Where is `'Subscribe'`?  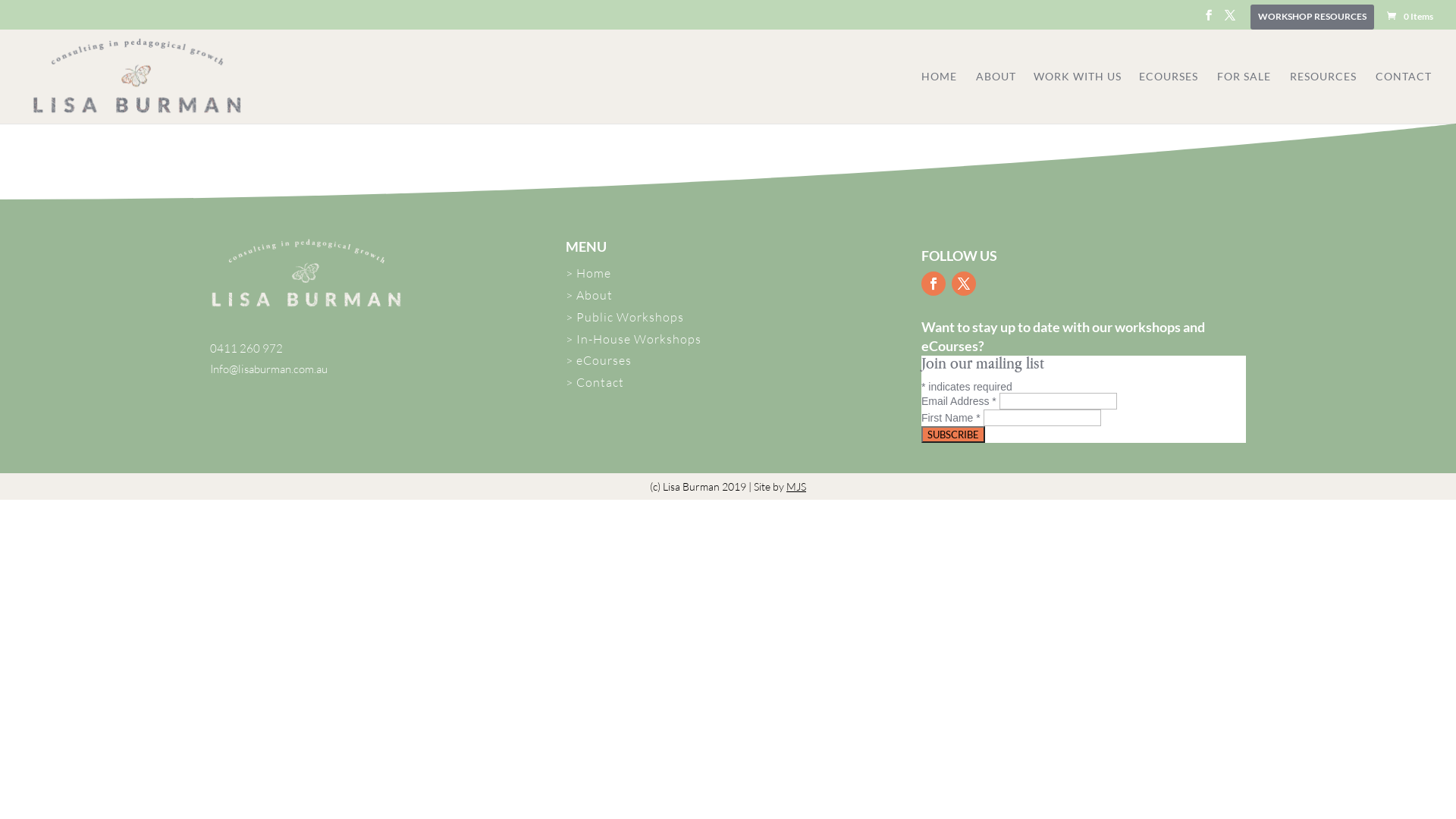
'Subscribe' is located at coordinates (920, 435).